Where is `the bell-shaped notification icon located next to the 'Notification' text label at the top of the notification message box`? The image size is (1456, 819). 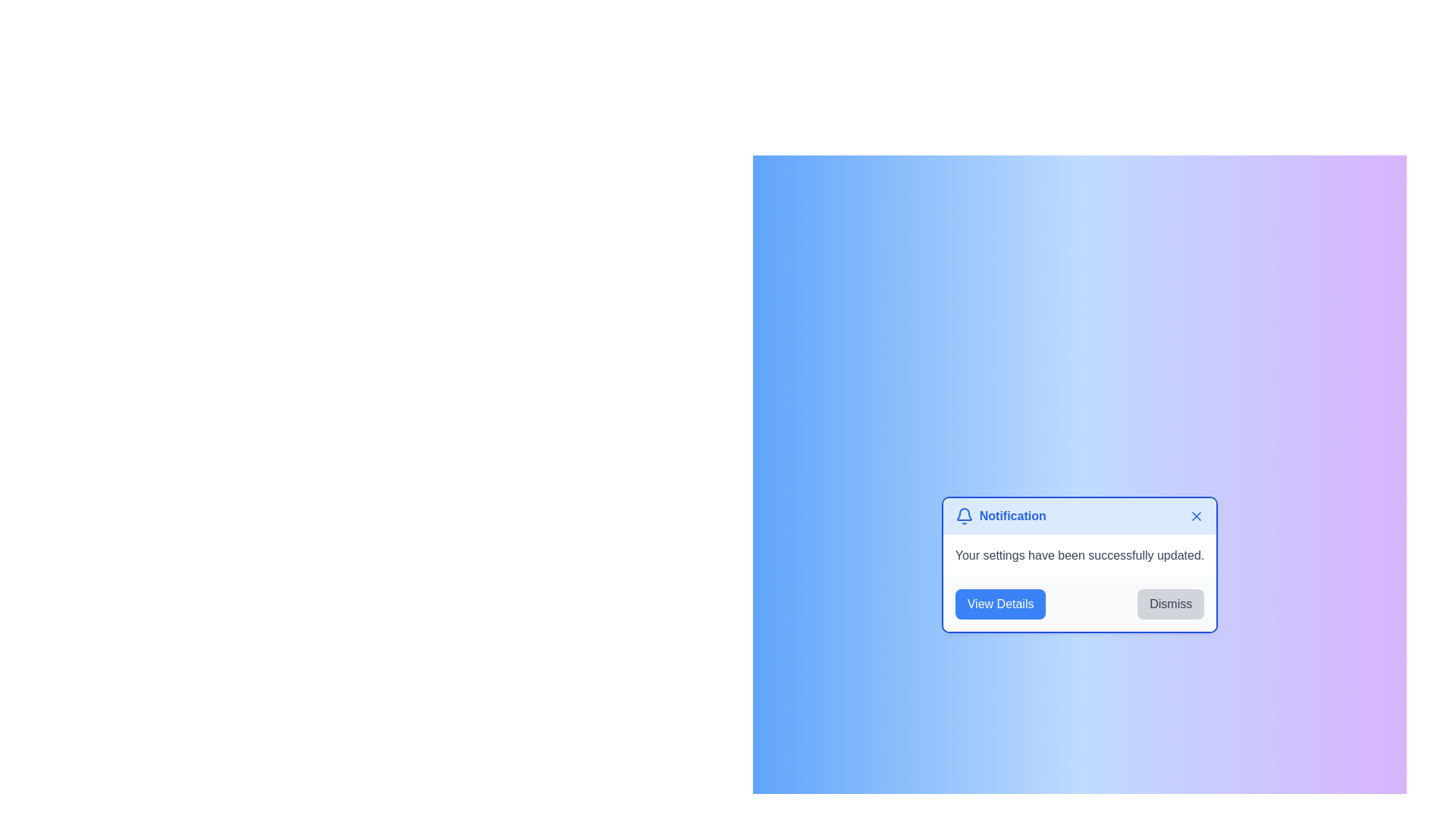 the bell-shaped notification icon located next to the 'Notification' text label at the top of the notification message box is located at coordinates (963, 516).